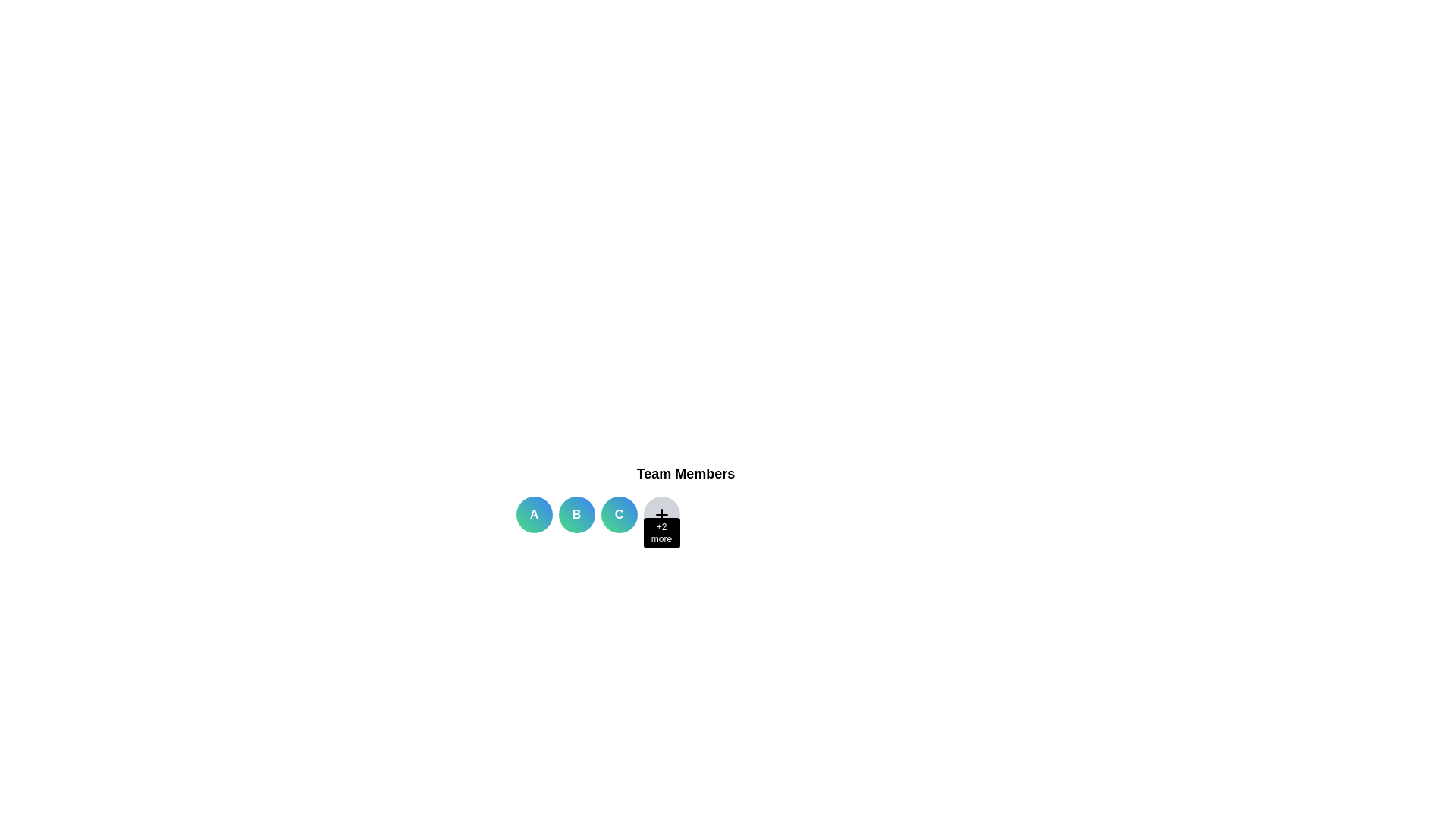 The image size is (1456, 819). I want to click on the circular badge or avatar labeled 'B', which is the second element from the left in a horizontal group, positioned between elements 'A' and 'C', so click(576, 513).